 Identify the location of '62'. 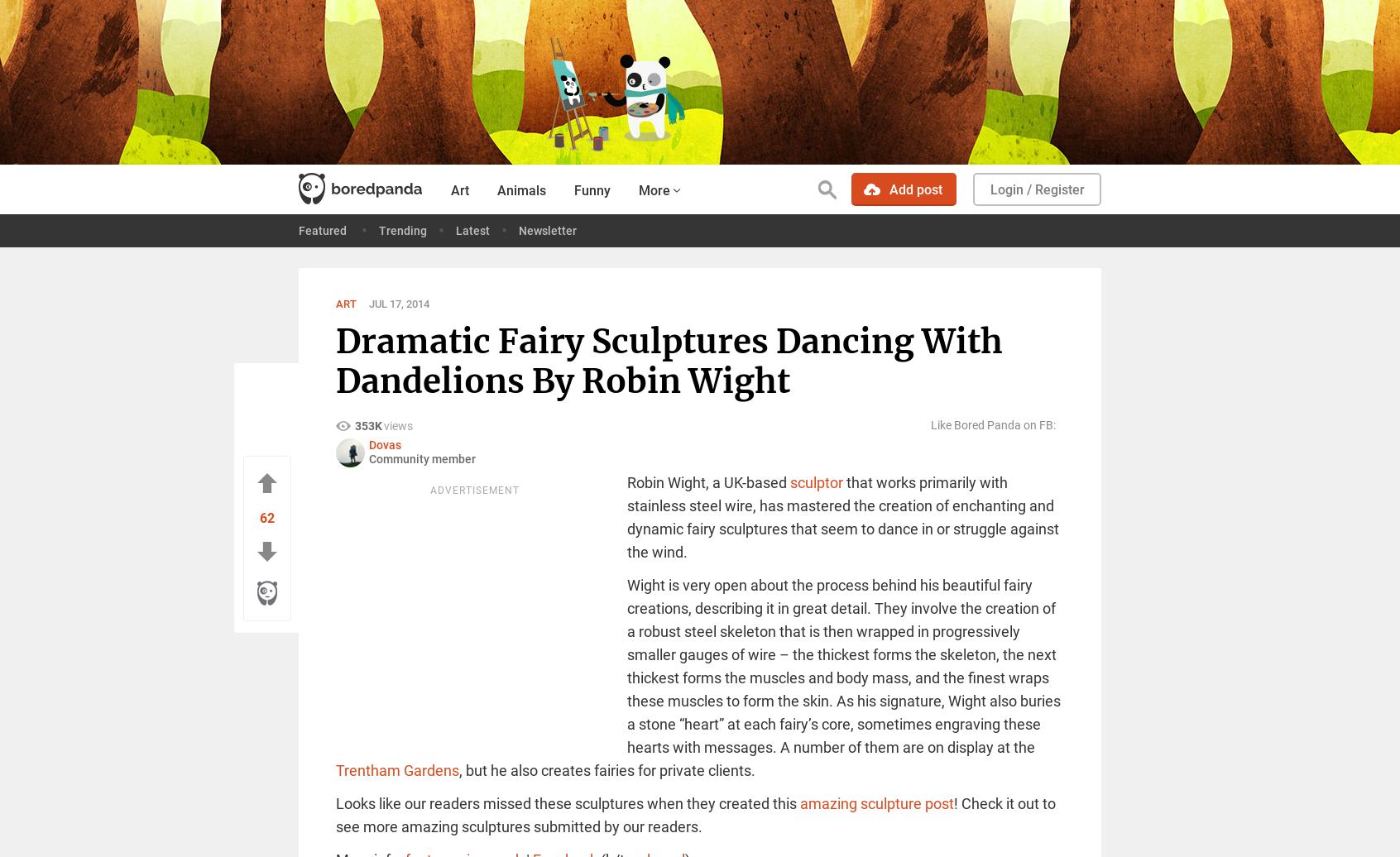
(266, 517).